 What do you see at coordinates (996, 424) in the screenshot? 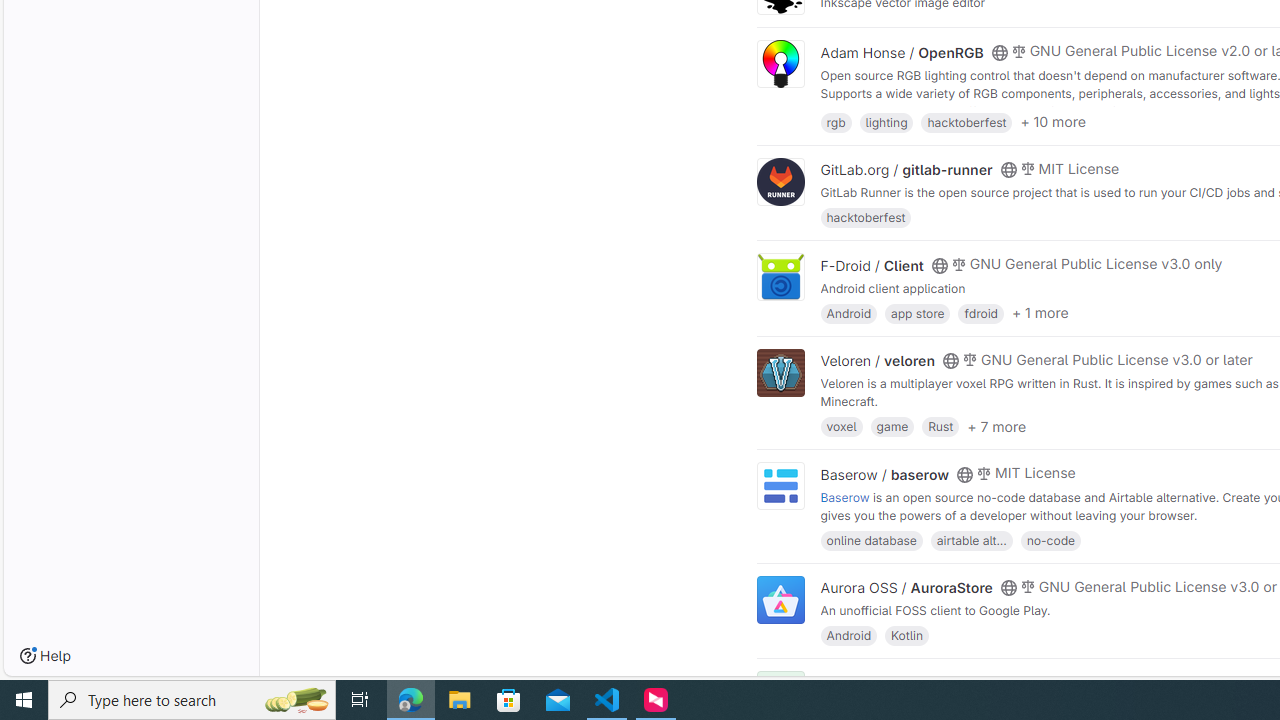
I see `'+ 7 more'` at bounding box center [996, 424].